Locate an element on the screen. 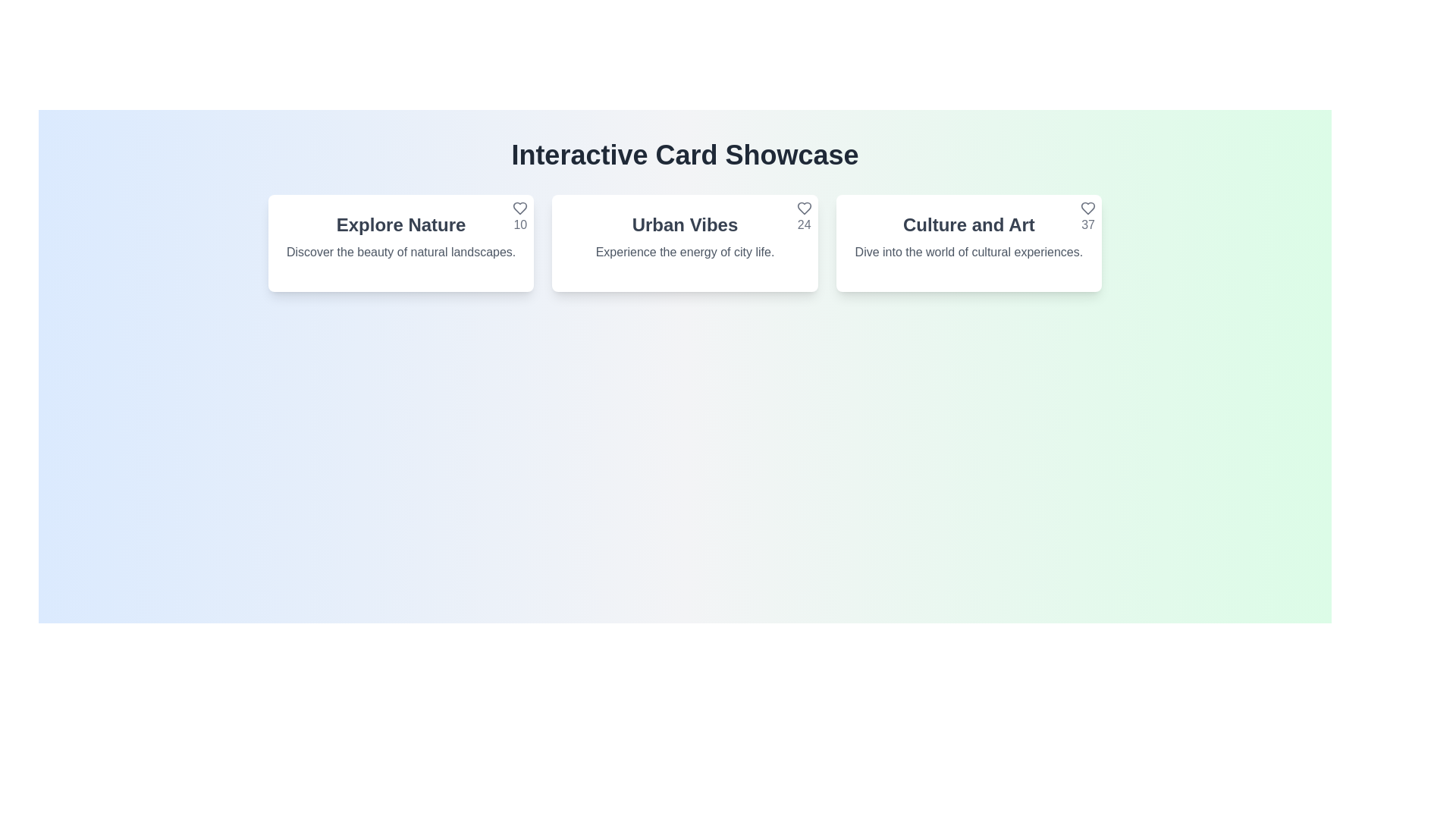 Image resolution: width=1456 pixels, height=819 pixels. the small gray outlined heart icon located at the top-right corner of the 'Culture and Art' card is located at coordinates (1087, 208).